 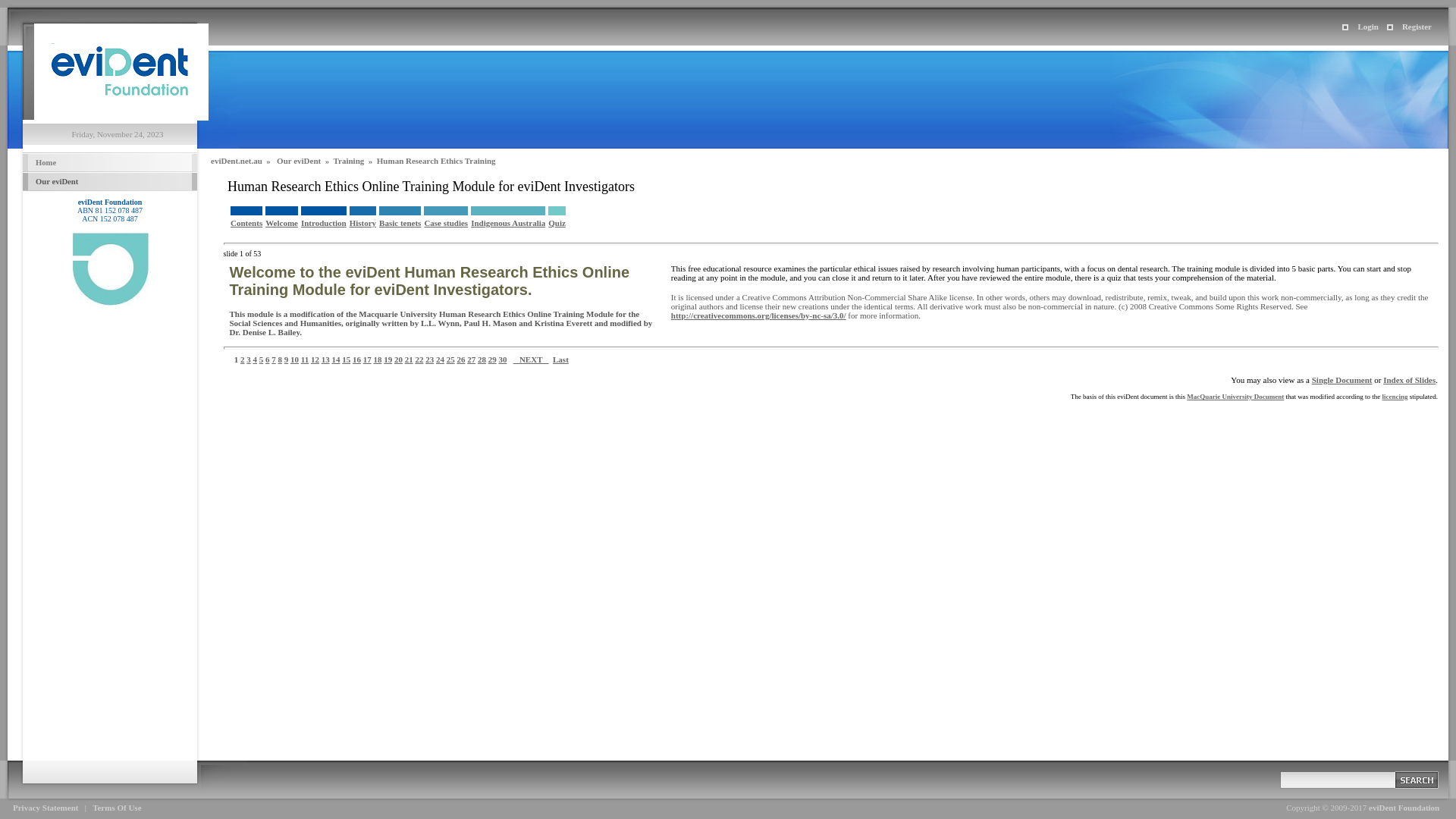 I want to click on '11', so click(x=304, y=359).